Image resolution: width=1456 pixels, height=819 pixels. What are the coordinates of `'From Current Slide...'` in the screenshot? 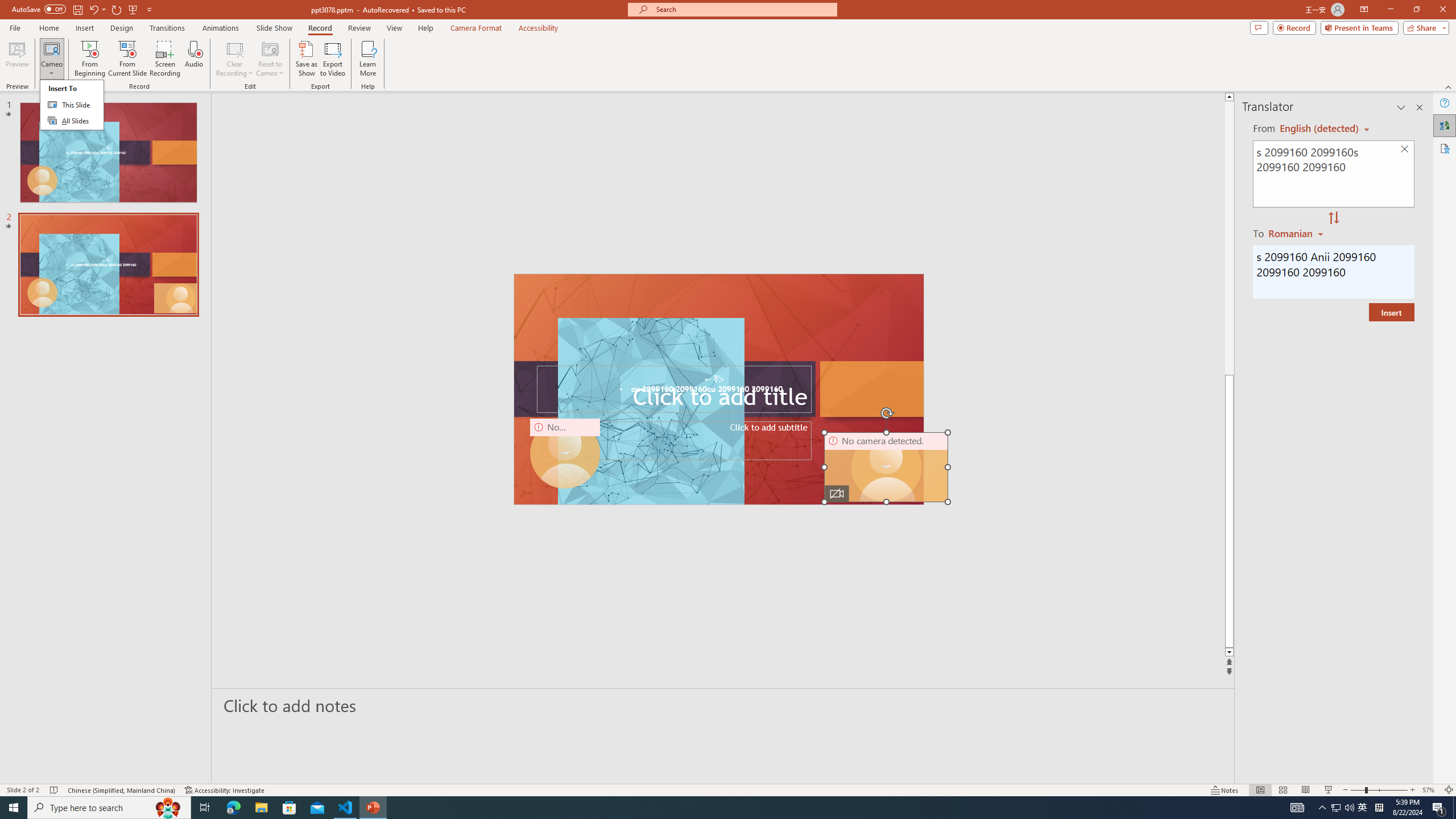 It's located at (127, 59).